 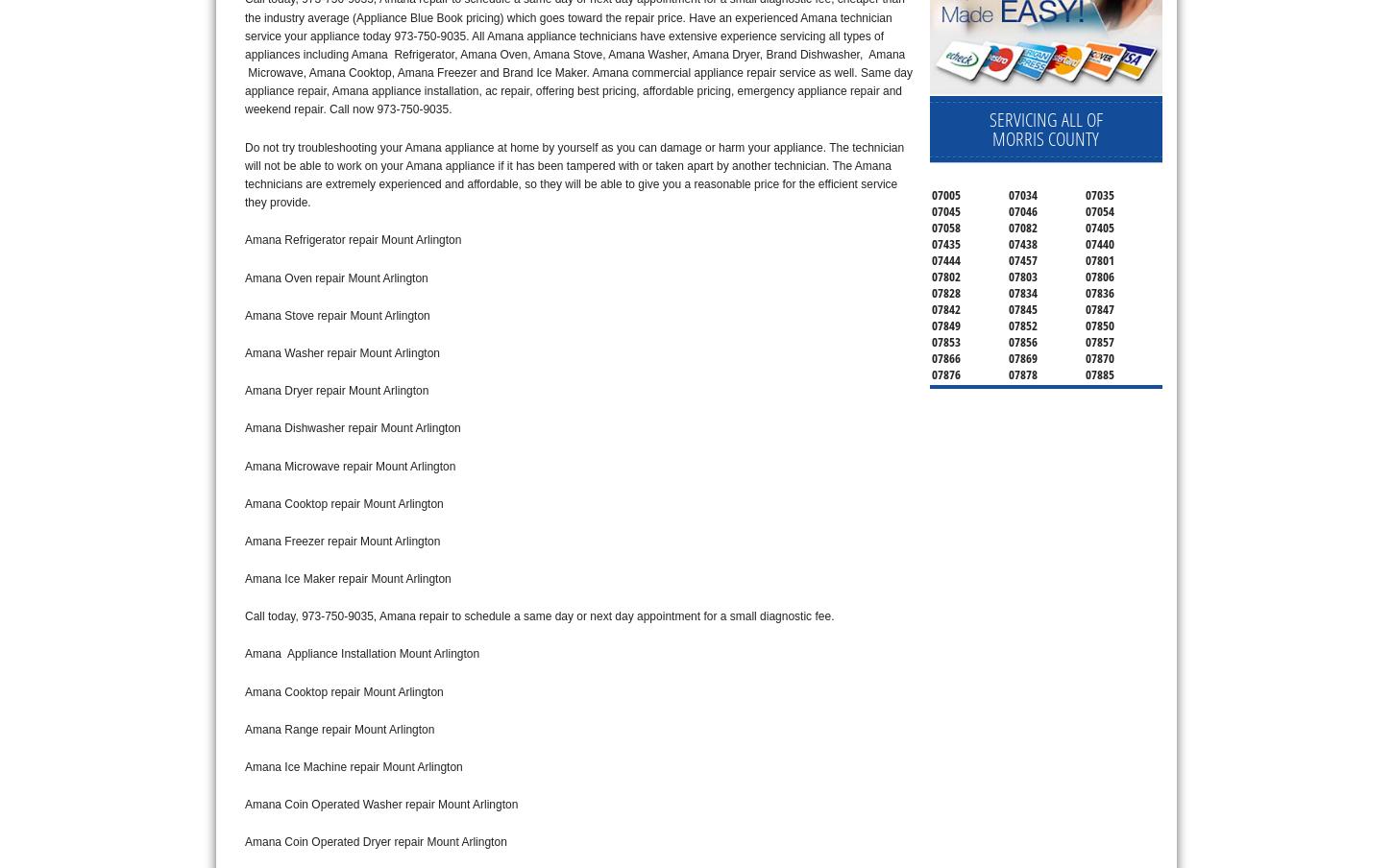 What do you see at coordinates (1099, 372) in the screenshot?
I see `'07885'` at bounding box center [1099, 372].